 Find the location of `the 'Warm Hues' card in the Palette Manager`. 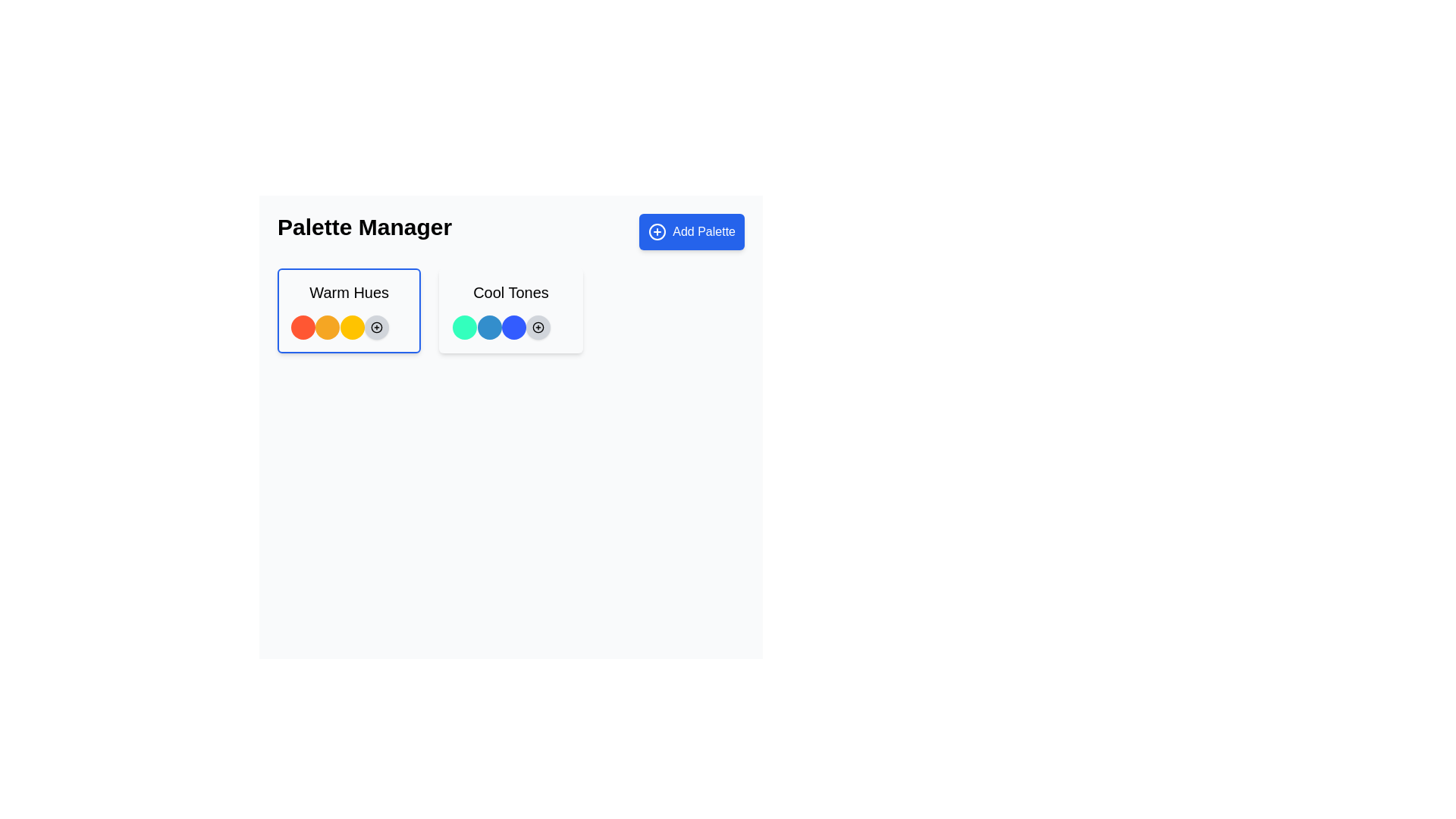

the 'Warm Hues' card in the Palette Manager is located at coordinates (348, 309).